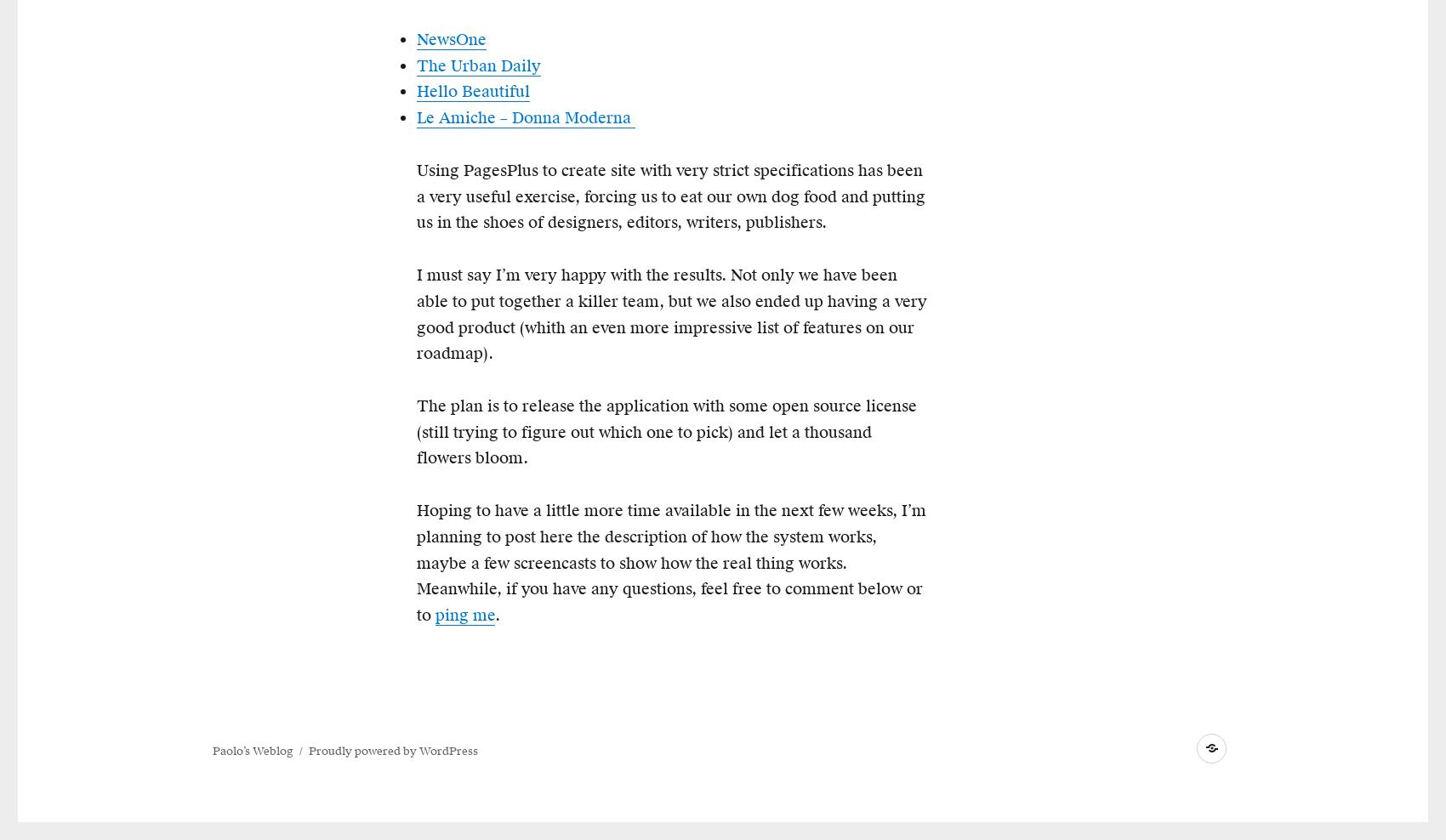  What do you see at coordinates (525, 116) in the screenshot?
I see `'Le Amiche – Donna Moderna'` at bounding box center [525, 116].